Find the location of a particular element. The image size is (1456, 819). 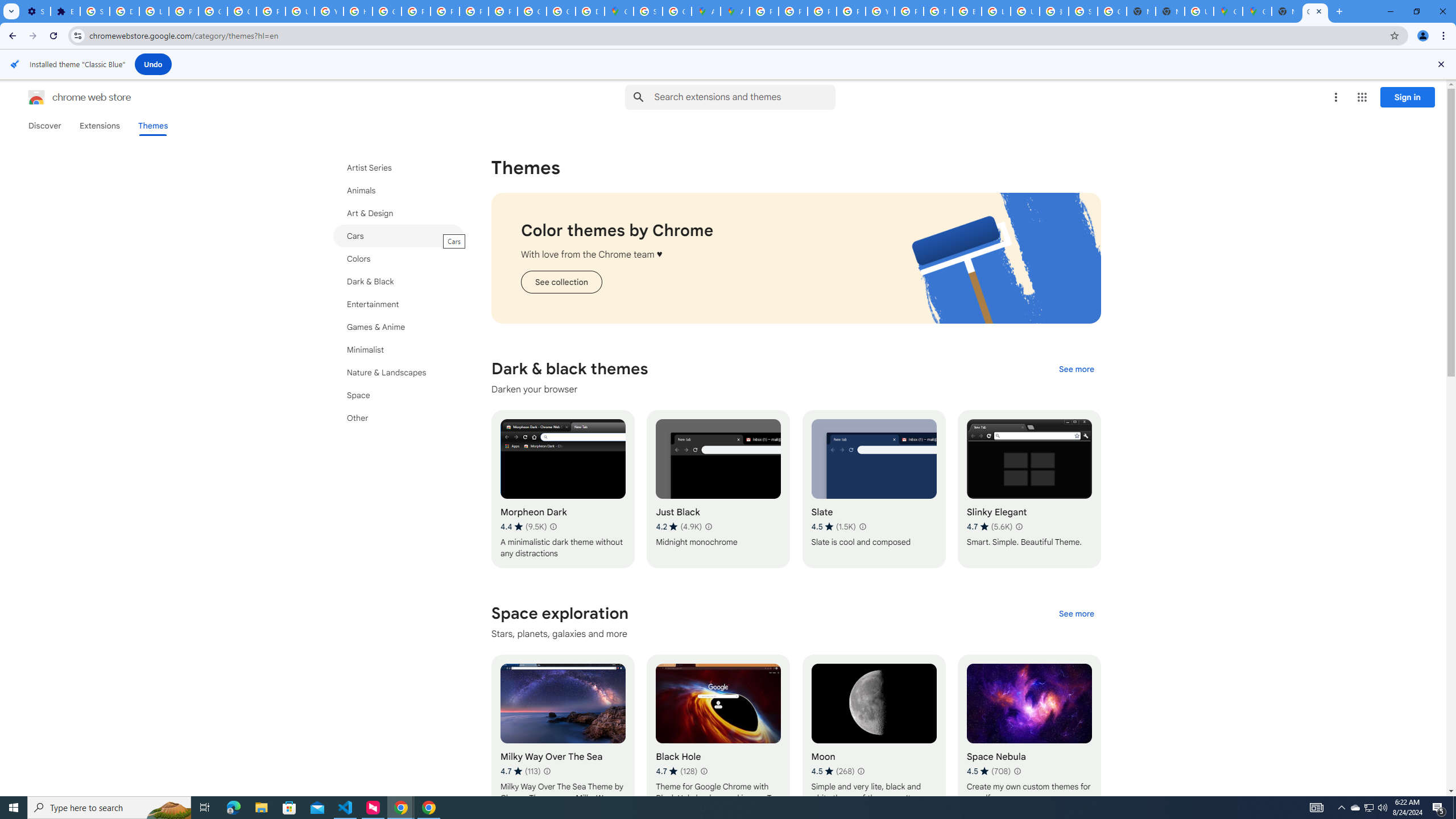

'Entertainment' is located at coordinates (399, 303).